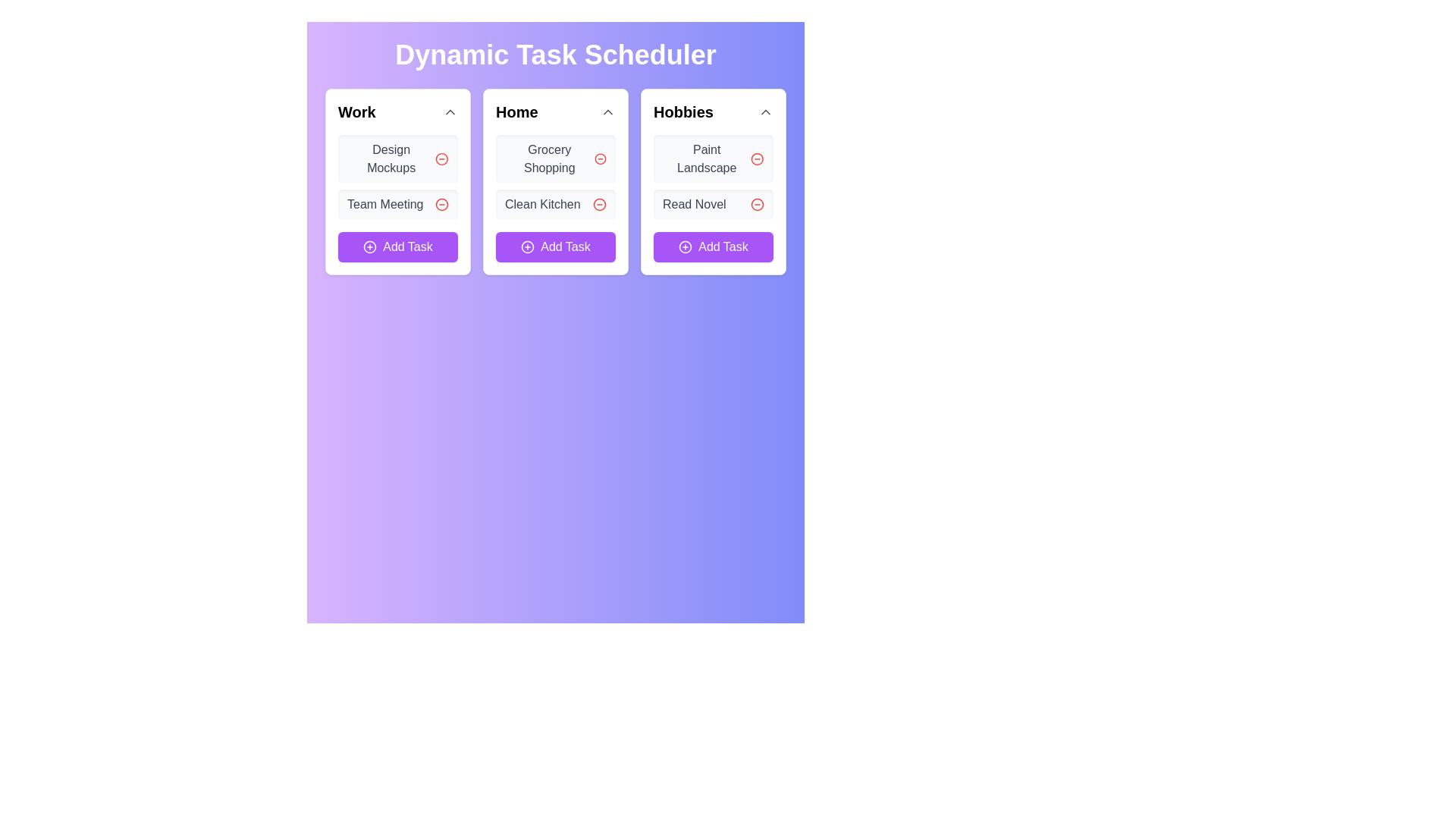 This screenshot has width=1456, height=819. What do you see at coordinates (385, 205) in the screenshot?
I see `the text label displaying 'Team Meeting', which is styled in gray and located beneath the 'Design Mockups' section in the 'Work' column` at bounding box center [385, 205].